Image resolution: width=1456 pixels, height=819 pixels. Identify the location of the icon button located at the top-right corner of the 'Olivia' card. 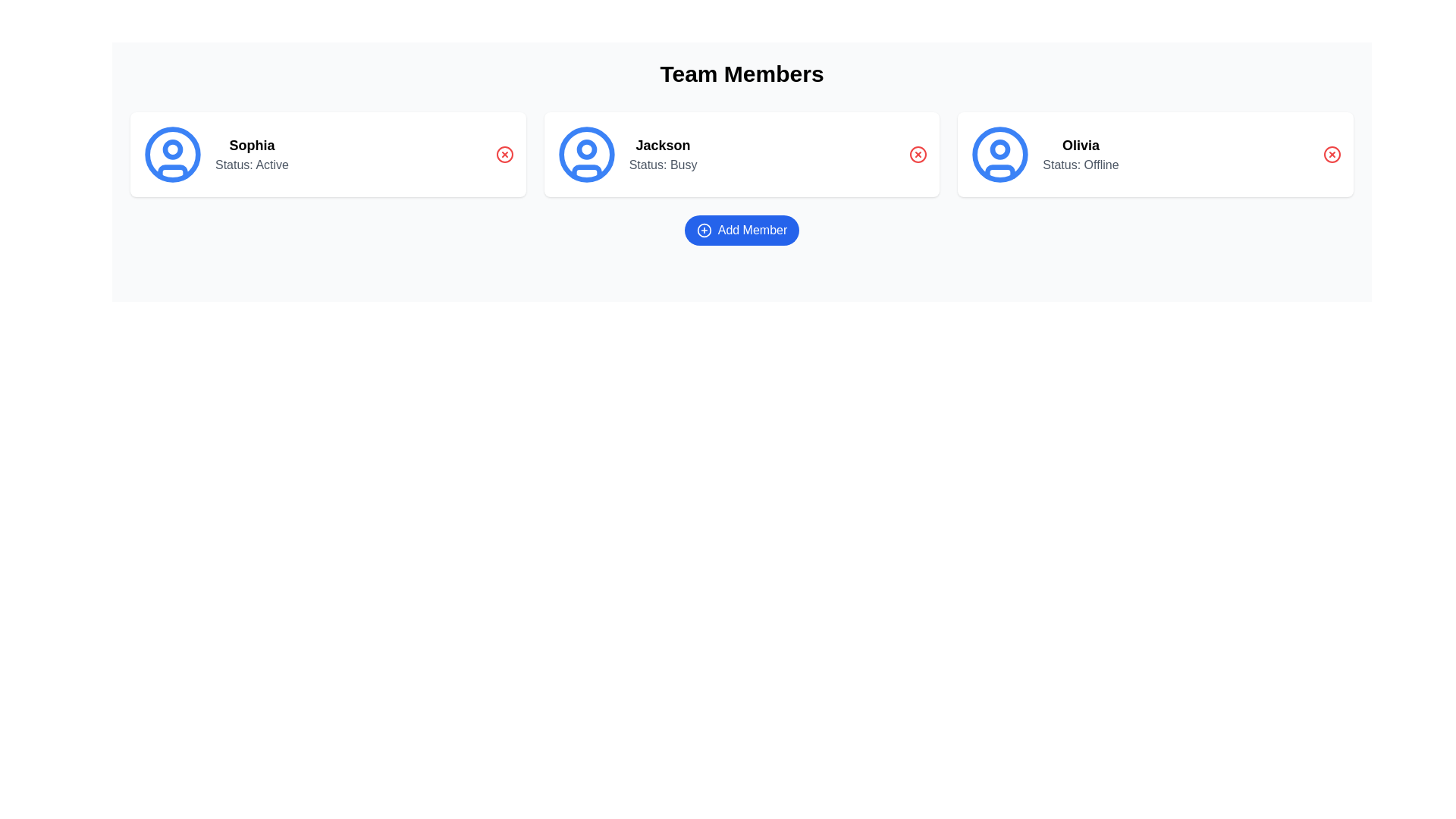
(1331, 155).